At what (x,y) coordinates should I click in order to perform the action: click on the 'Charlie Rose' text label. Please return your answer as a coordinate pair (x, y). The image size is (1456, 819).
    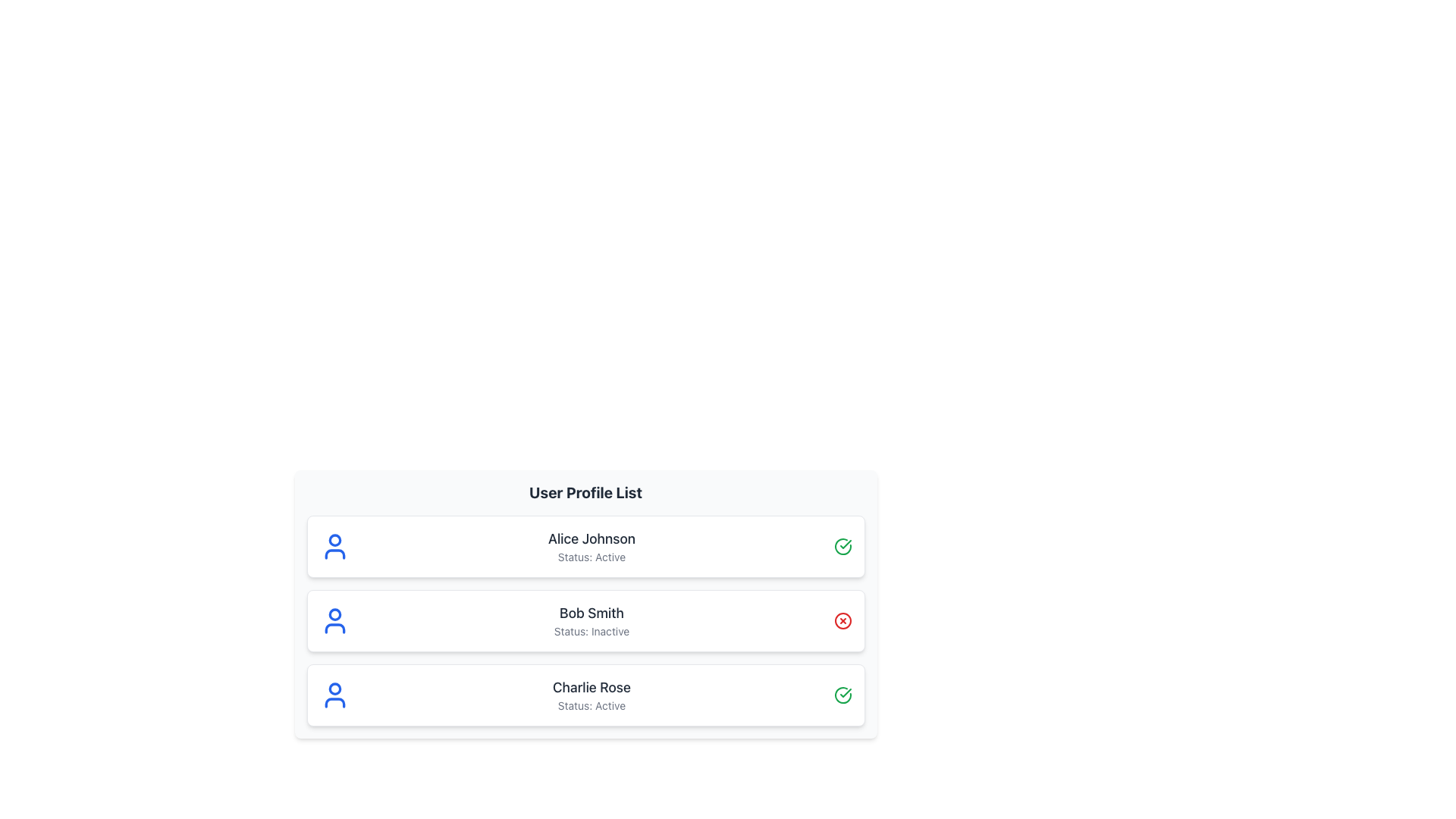
    Looking at the image, I should click on (591, 695).